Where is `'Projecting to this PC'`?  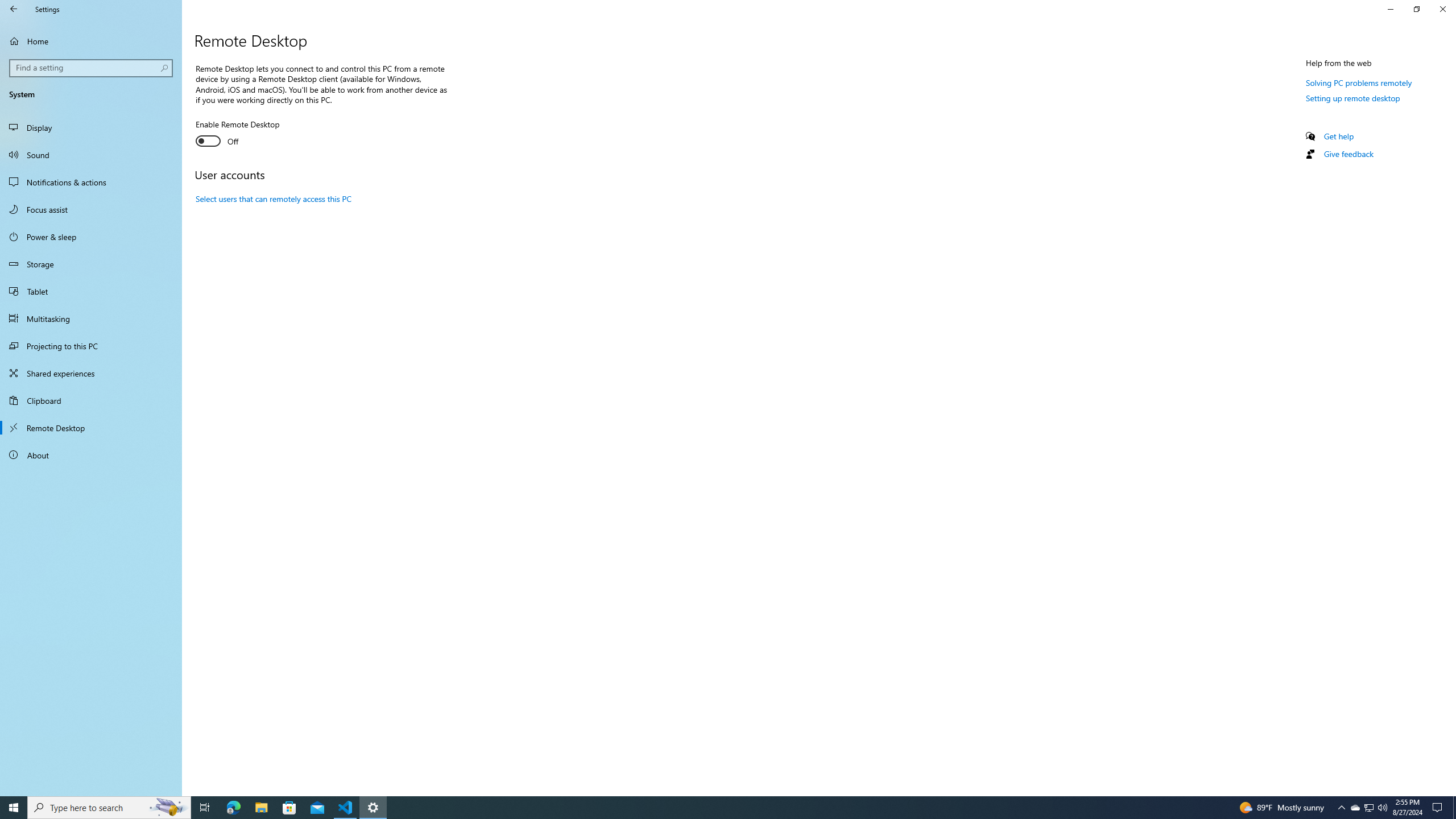 'Projecting to this PC' is located at coordinates (90, 346).